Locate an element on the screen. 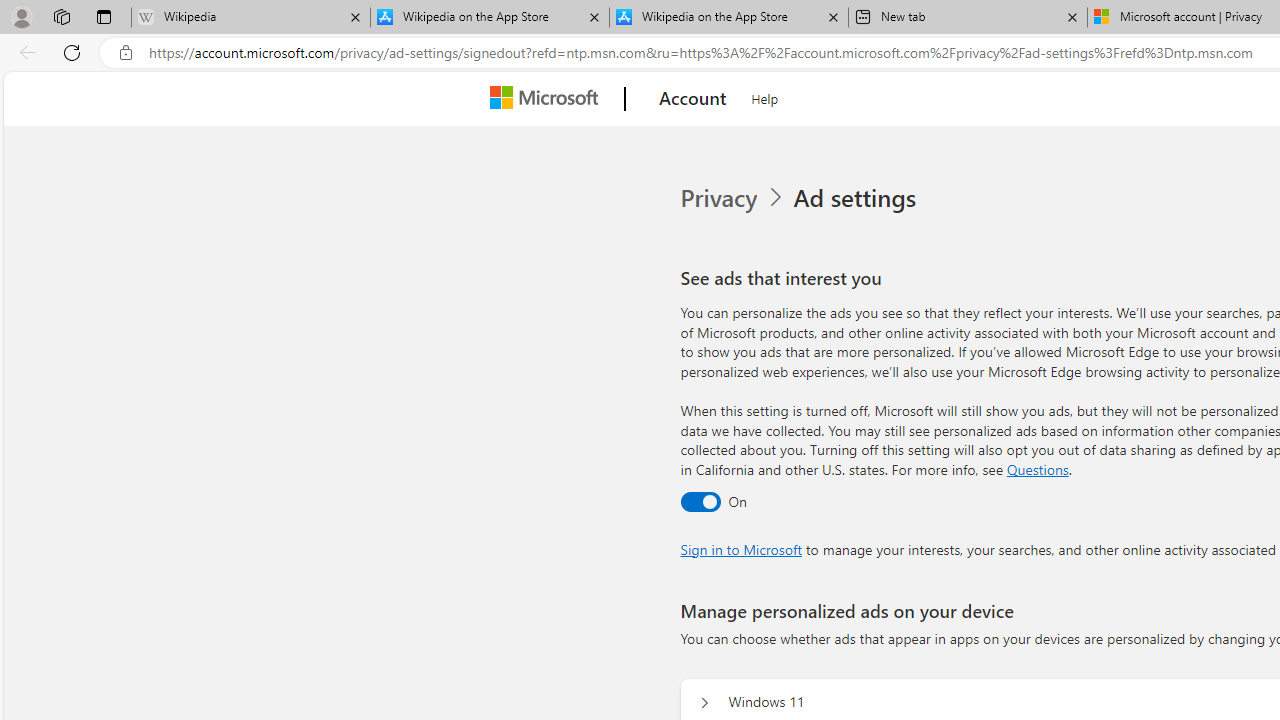 This screenshot has height=720, width=1280. 'Go to Questions section' is located at coordinates (1037, 469).